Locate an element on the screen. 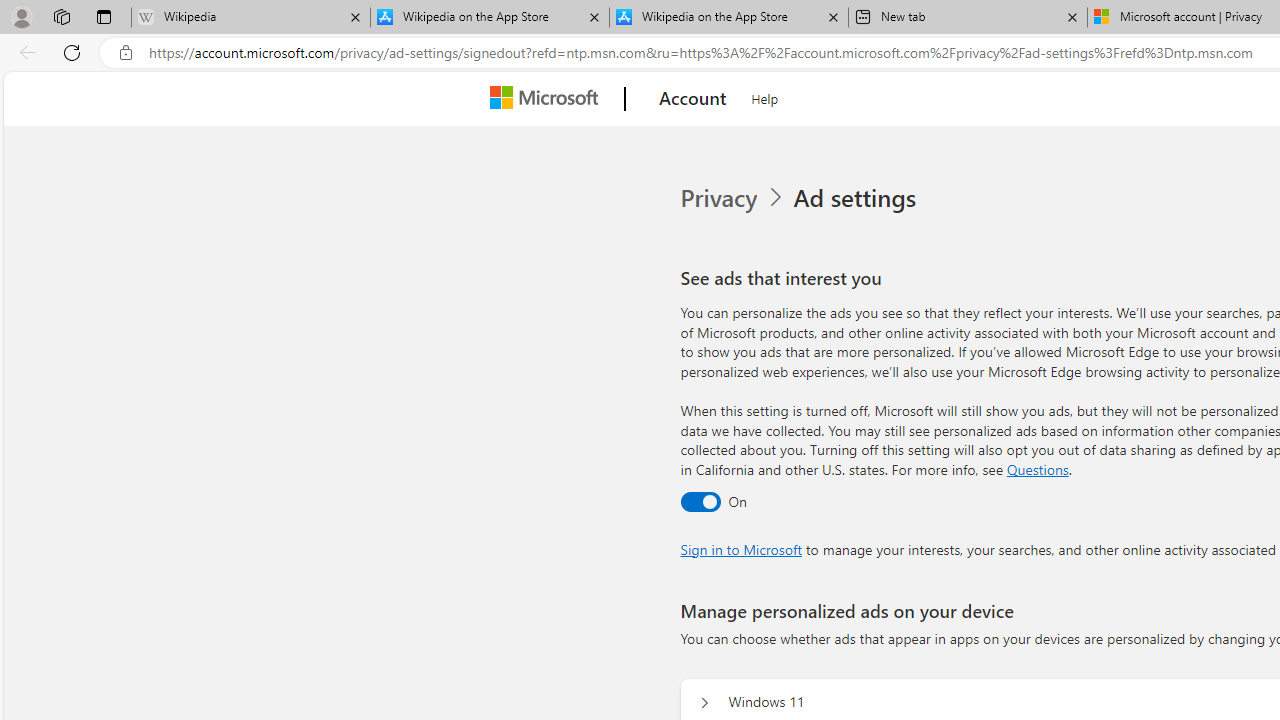 This screenshot has height=720, width=1280. 'Go to Questions section' is located at coordinates (1037, 469).